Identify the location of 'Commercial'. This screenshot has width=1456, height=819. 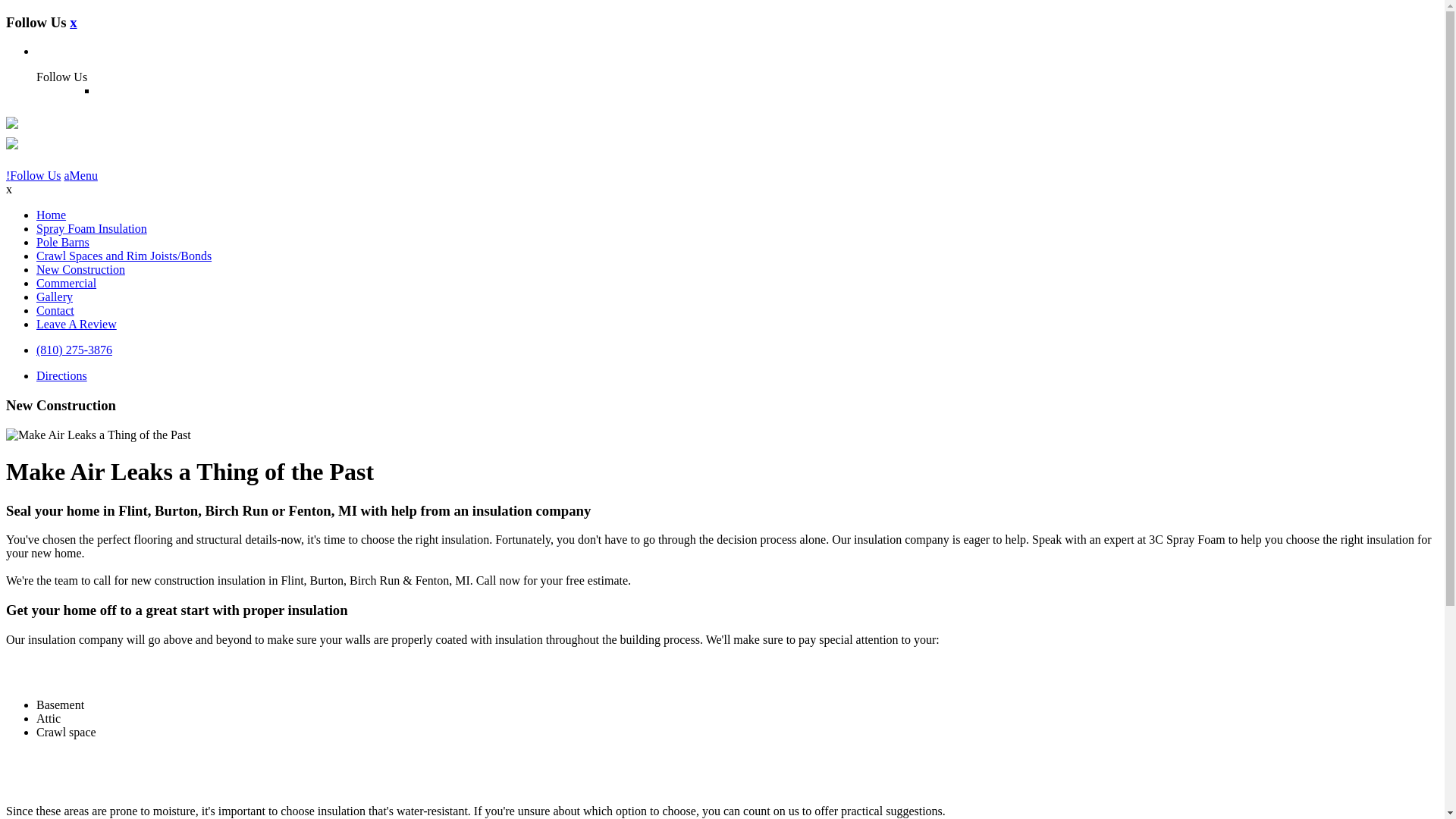
(65, 283).